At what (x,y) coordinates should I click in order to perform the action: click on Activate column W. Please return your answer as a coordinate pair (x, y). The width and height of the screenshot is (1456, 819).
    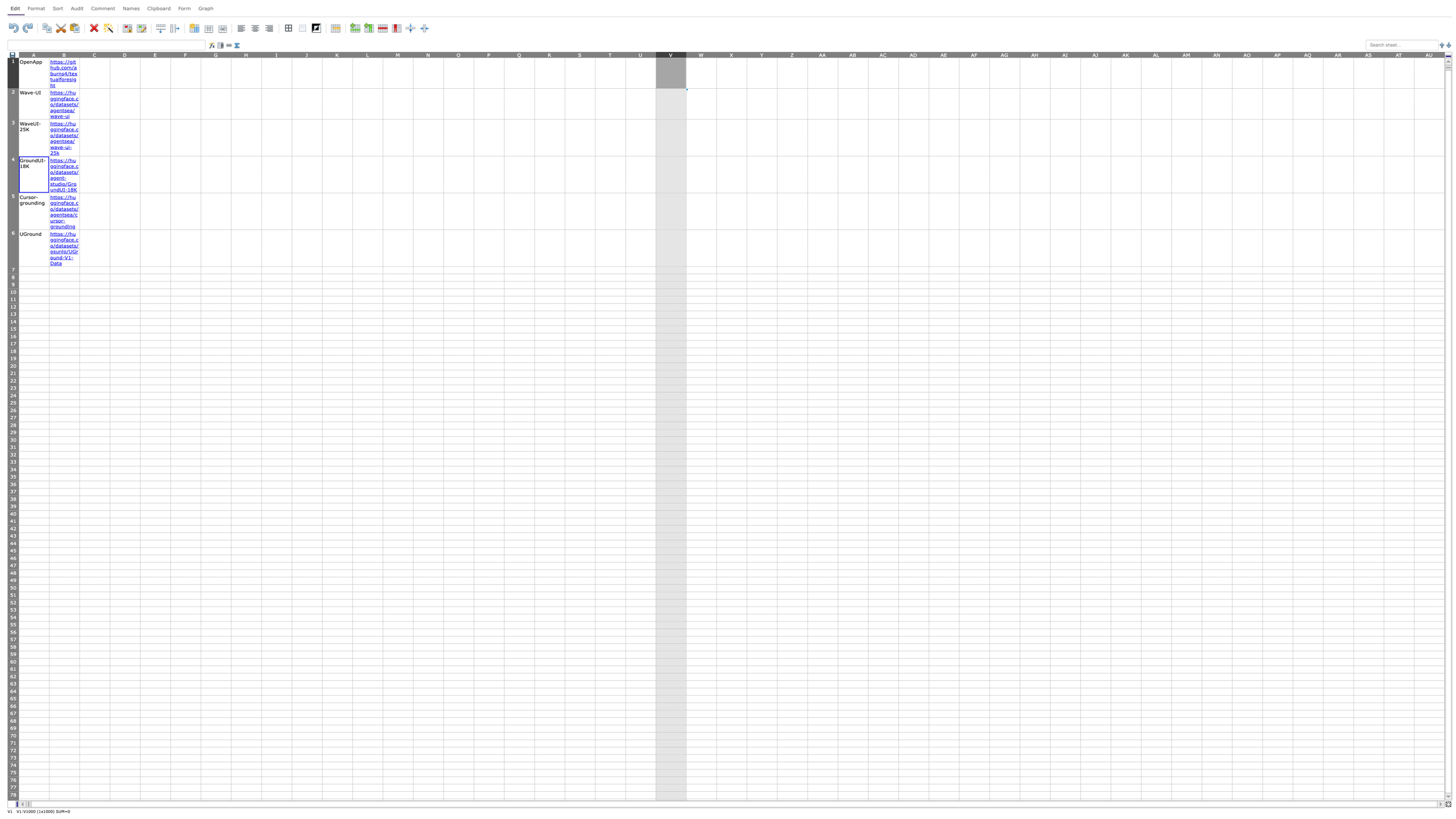
    Looking at the image, I should click on (701, 54).